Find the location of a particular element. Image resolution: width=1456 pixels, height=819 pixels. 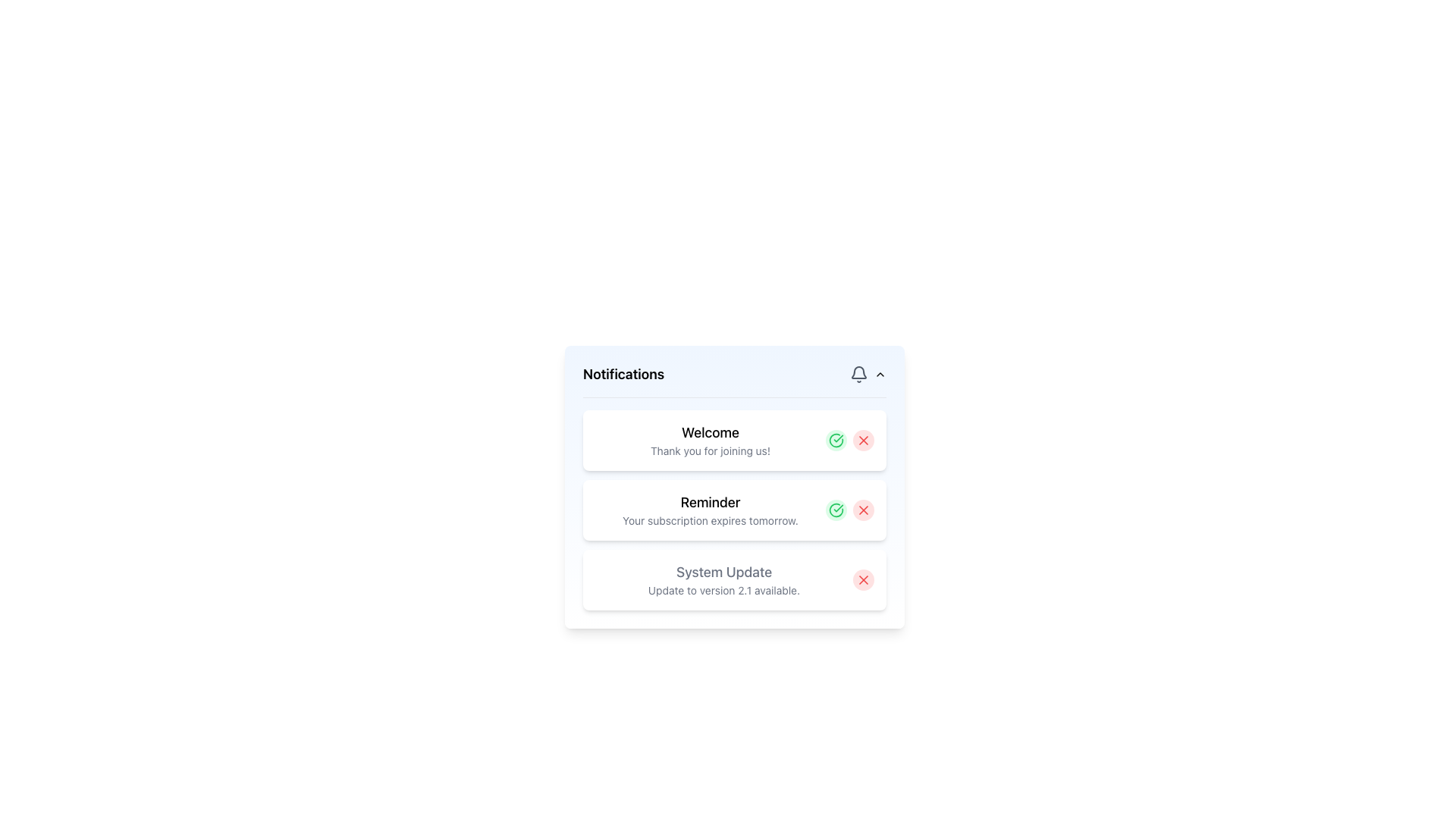

the static text element that serves as the title of the notification regarding the available system update is located at coordinates (723, 573).